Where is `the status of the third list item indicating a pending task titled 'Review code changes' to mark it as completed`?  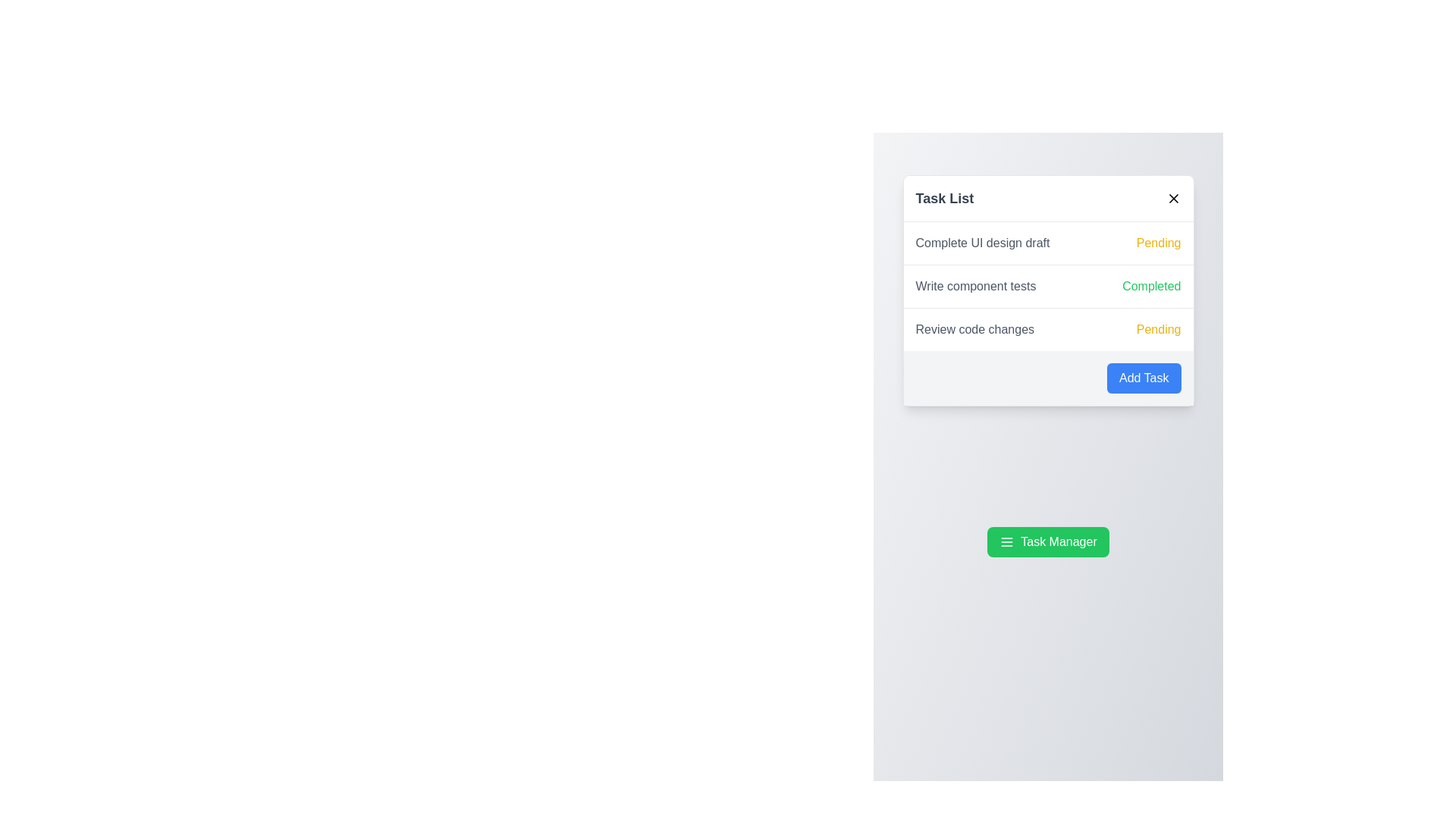
the status of the third list item indicating a pending task titled 'Review code changes' to mark it as completed is located at coordinates (1047, 328).